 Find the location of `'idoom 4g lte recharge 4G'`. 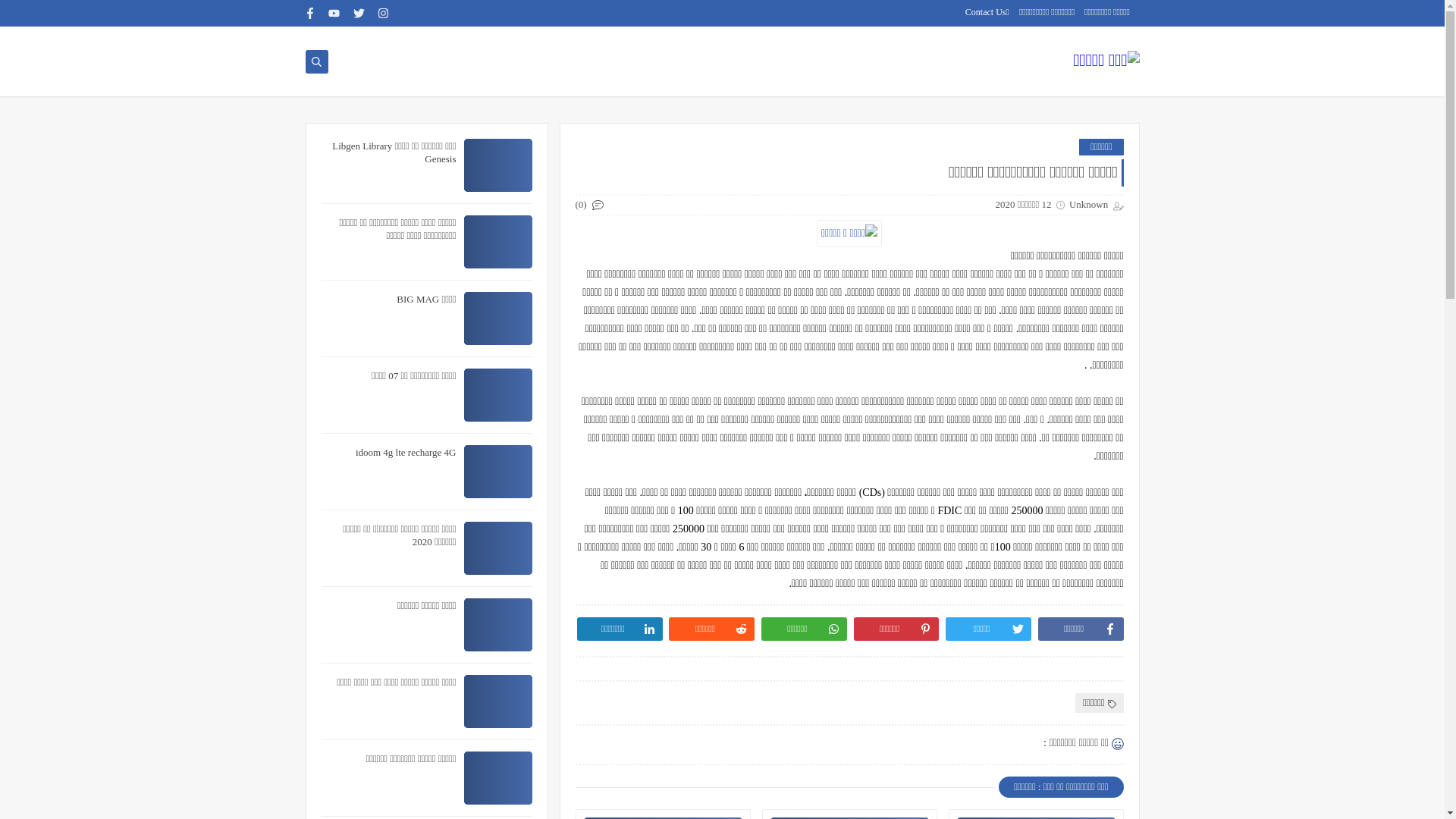

'idoom 4g lte recharge 4G' is located at coordinates (406, 451).